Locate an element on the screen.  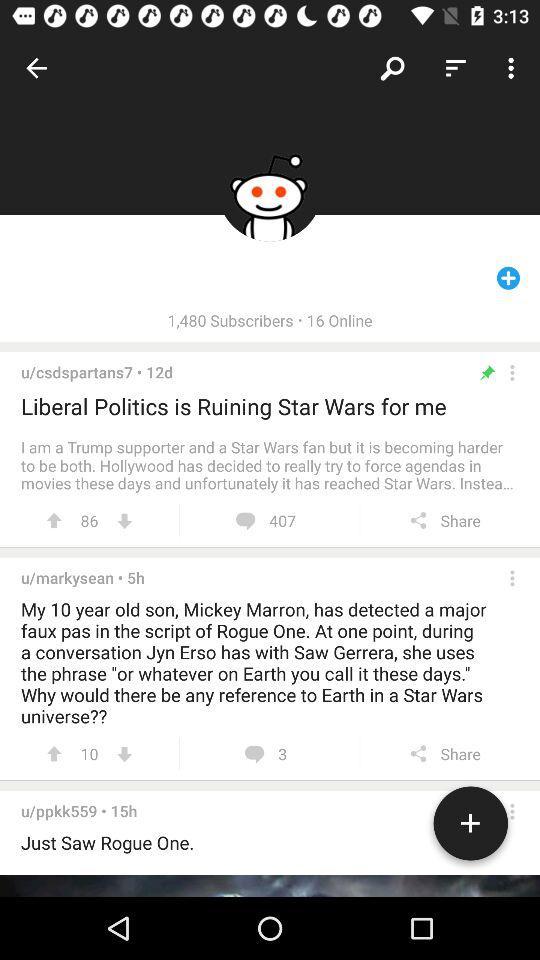
number of views is located at coordinates (124, 753).